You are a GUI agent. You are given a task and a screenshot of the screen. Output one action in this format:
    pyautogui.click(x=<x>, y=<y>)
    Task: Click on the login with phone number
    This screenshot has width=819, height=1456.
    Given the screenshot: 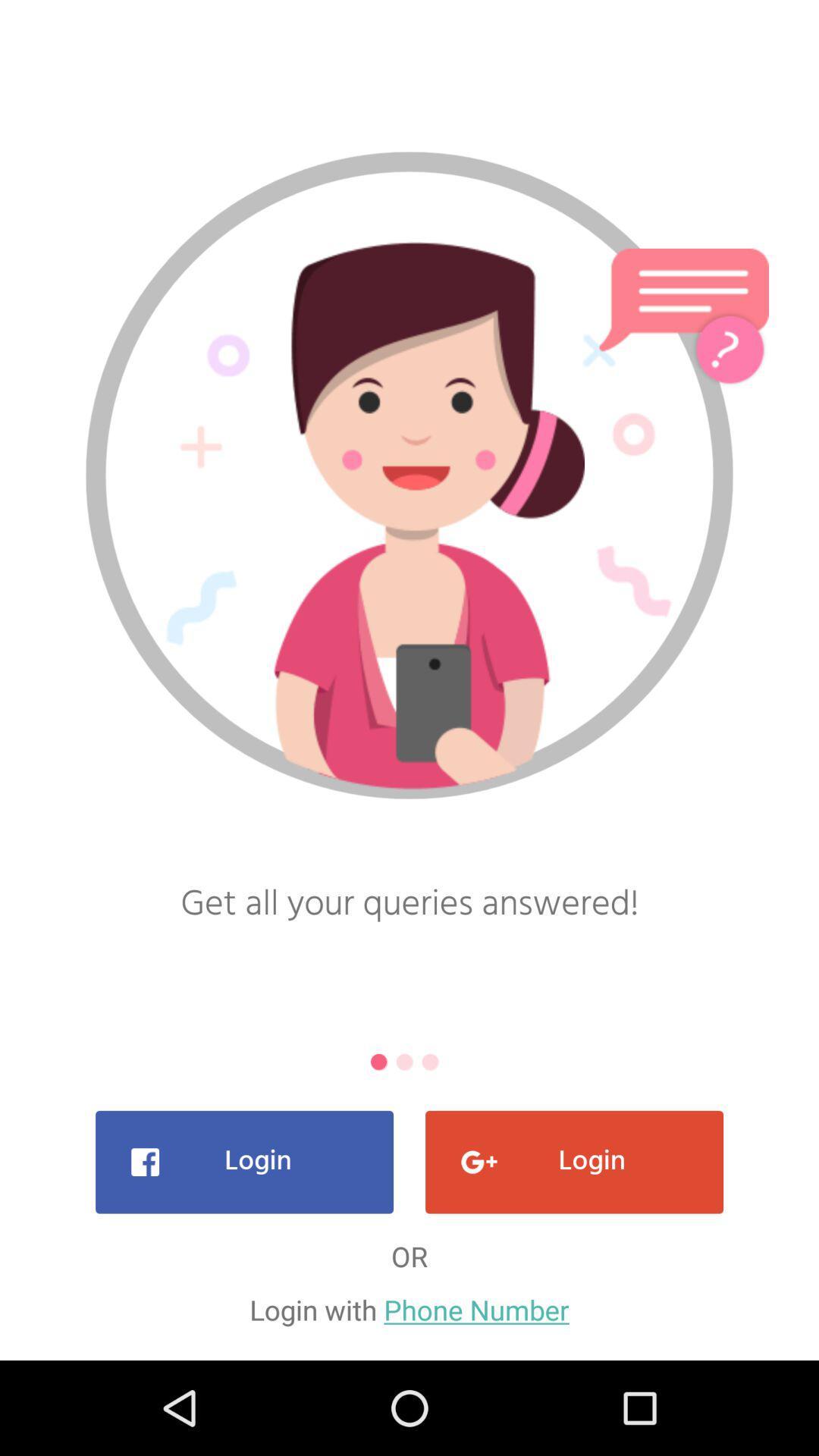 What is the action you would take?
    pyautogui.click(x=409, y=1309)
    